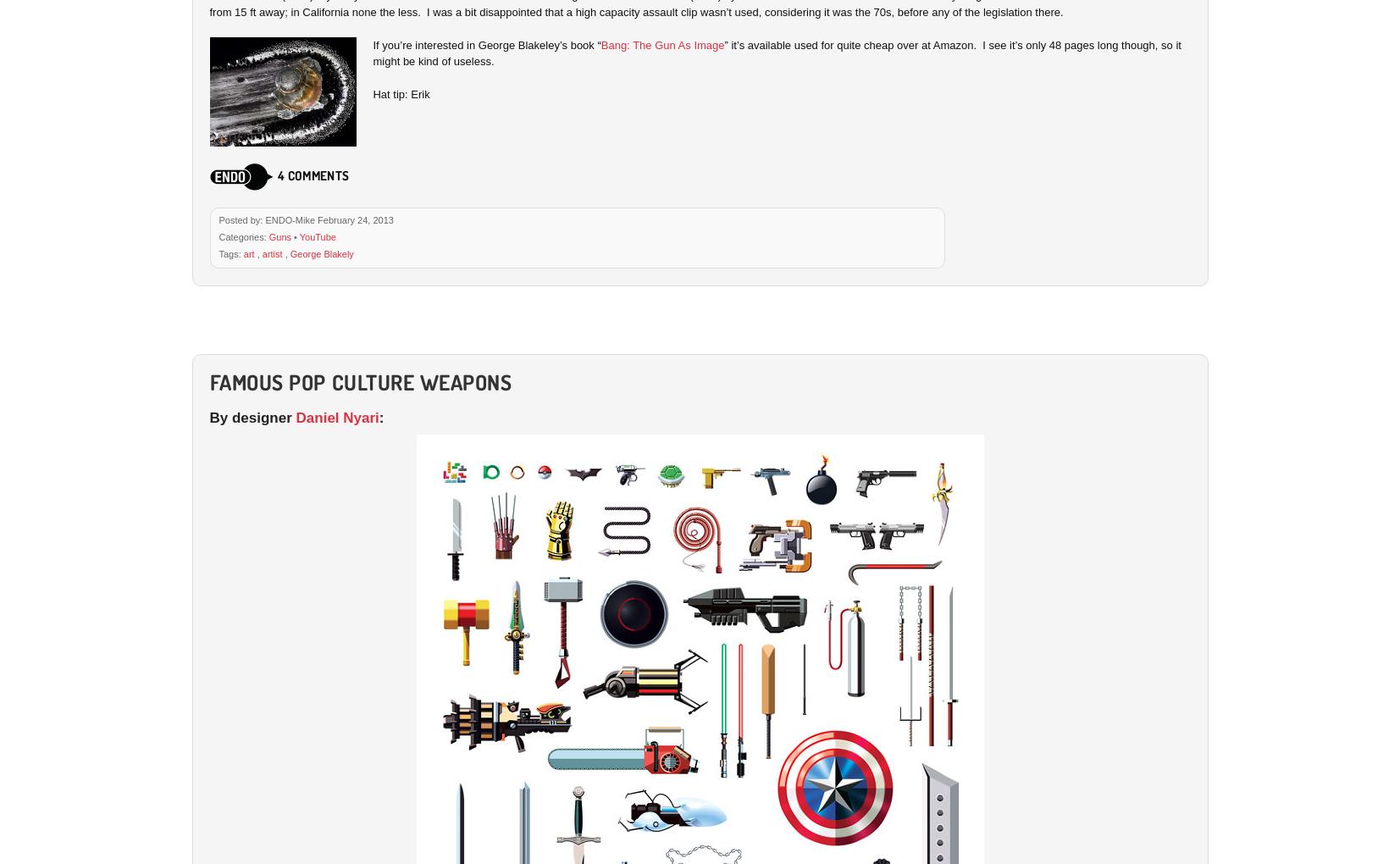 This screenshot has height=864, width=1400. What do you see at coordinates (279, 235) in the screenshot?
I see `'Guns'` at bounding box center [279, 235].